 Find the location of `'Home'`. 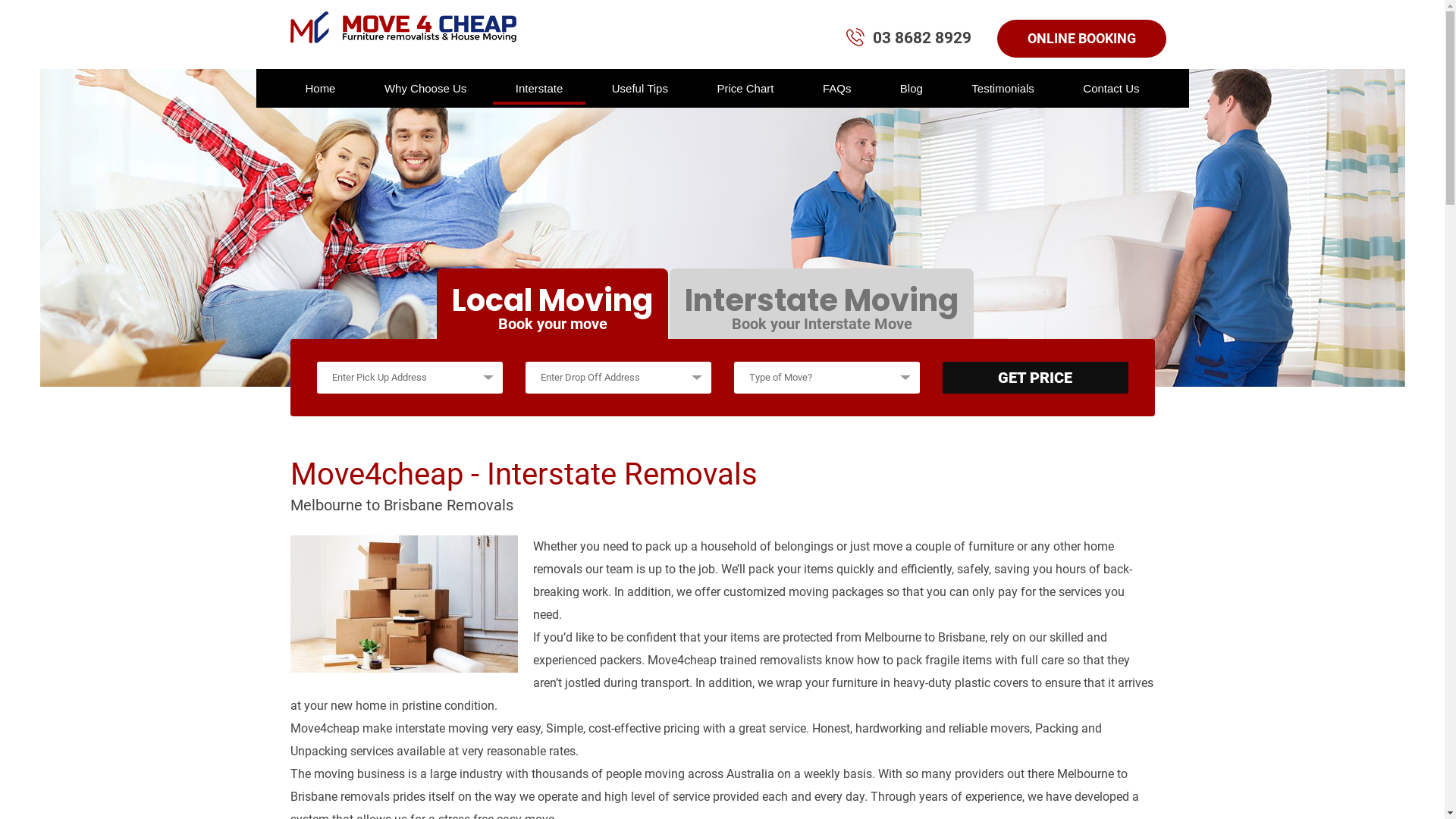

'Home' is located at coordinates (282, 88).